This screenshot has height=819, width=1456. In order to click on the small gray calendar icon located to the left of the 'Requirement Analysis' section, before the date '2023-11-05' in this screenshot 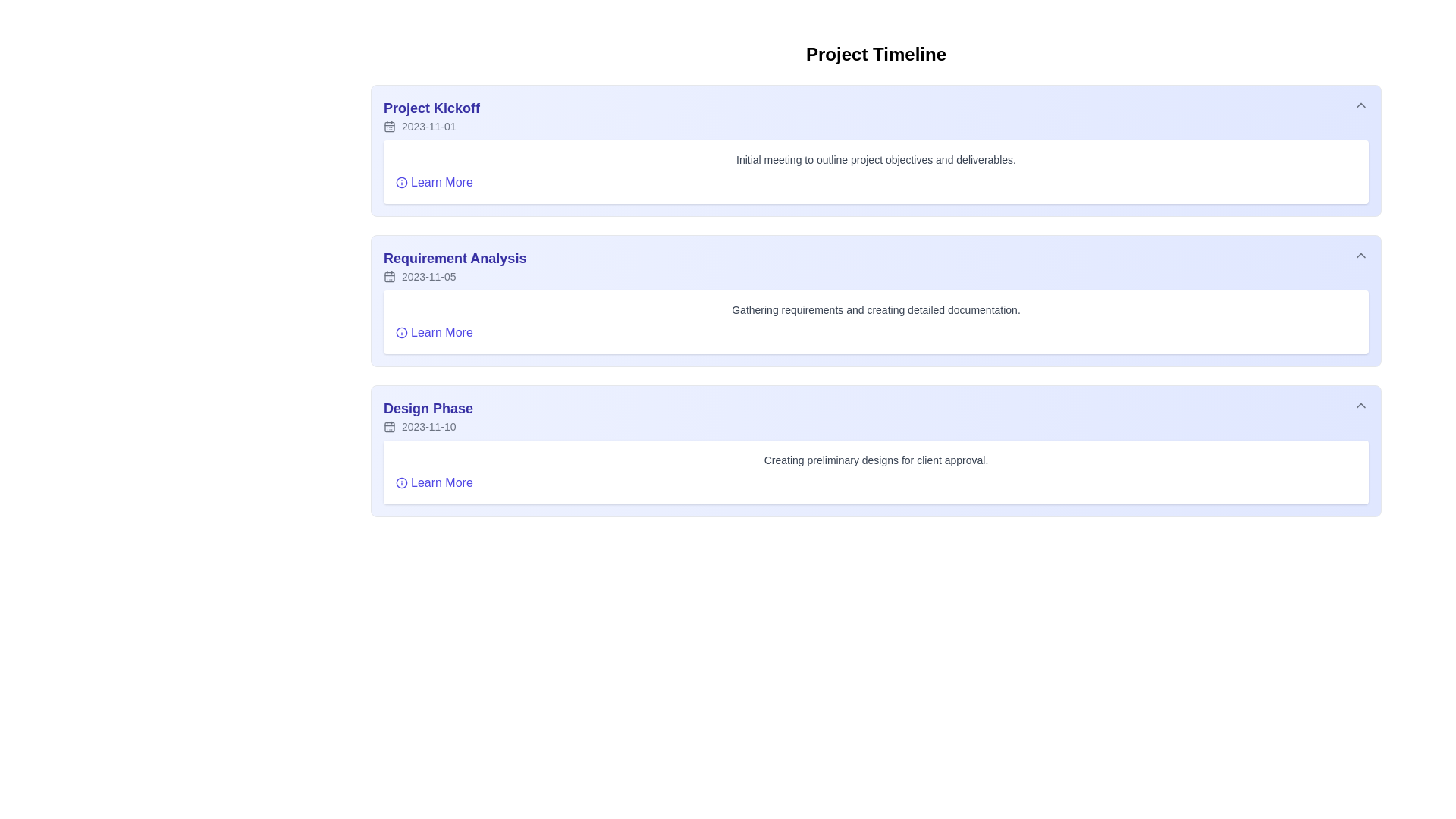, I will do `click(389, 277)`.